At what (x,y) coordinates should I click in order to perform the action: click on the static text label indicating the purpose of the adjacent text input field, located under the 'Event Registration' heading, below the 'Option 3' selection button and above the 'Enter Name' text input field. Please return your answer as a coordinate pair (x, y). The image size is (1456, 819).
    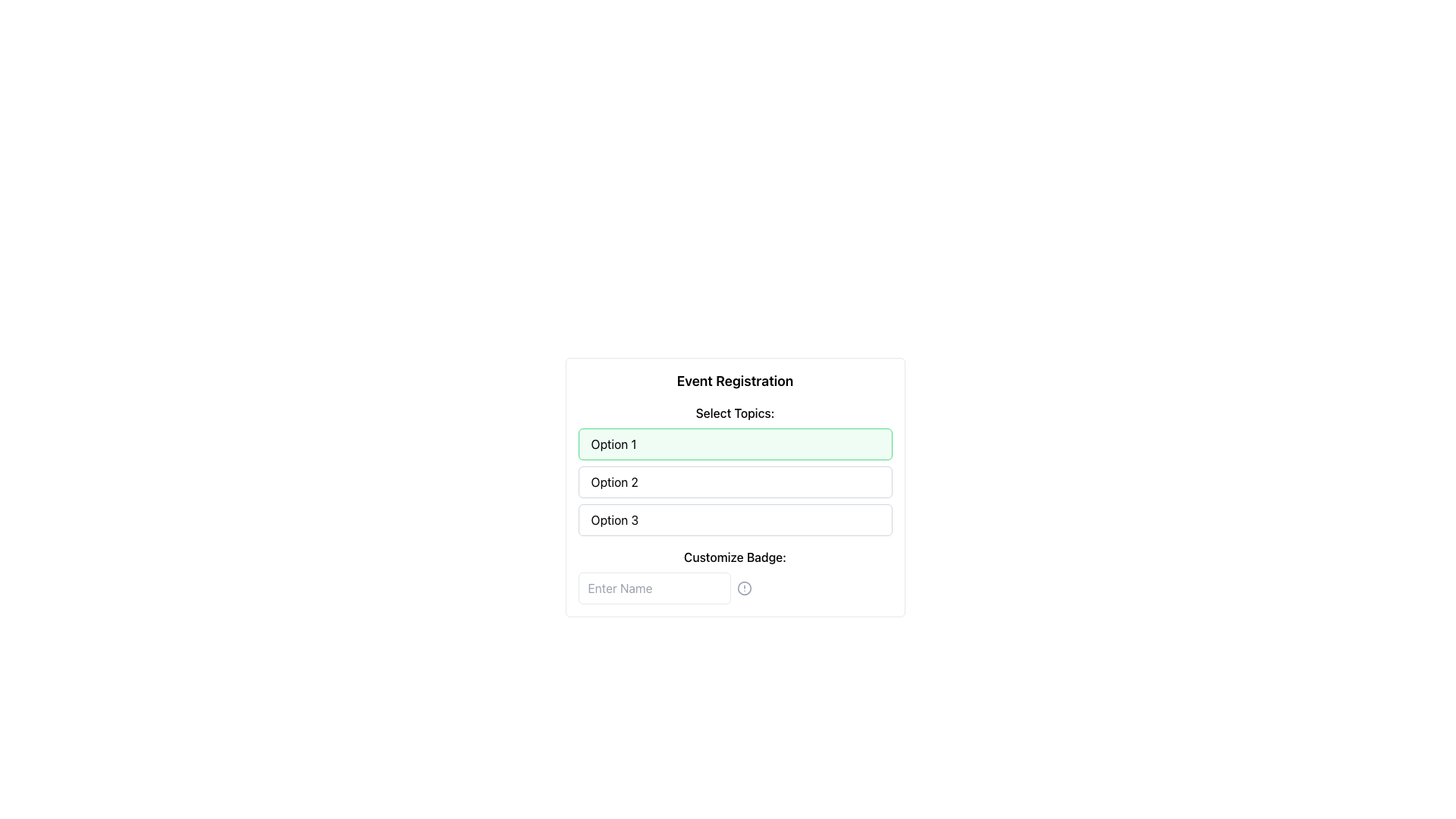
    Looking at the image, I should click on (735, 557).